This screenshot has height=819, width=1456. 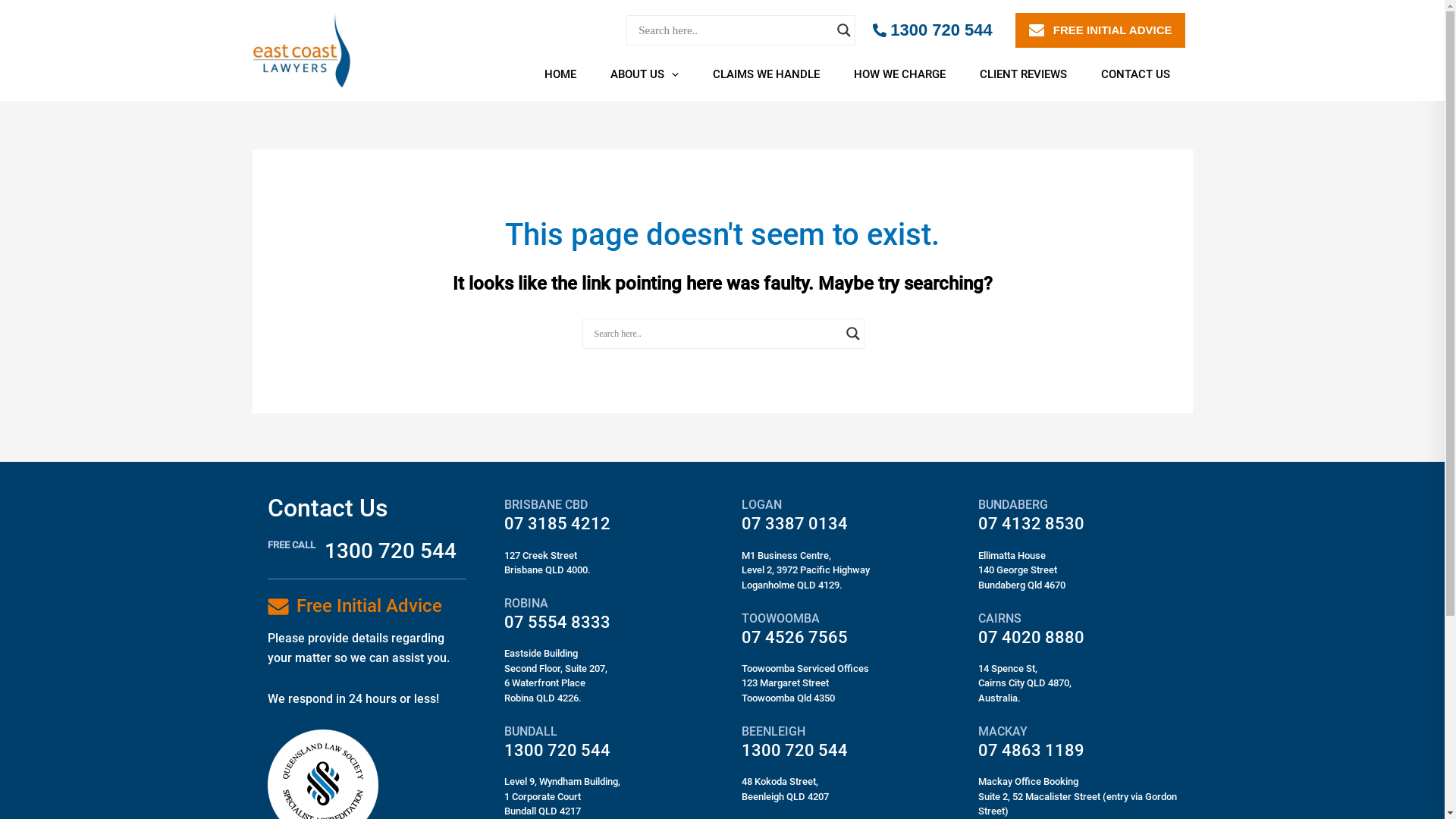 What do you see at coordinates (1031, 522) in the screenshot?
I see `'07 4132 8530'` at bounding box center [1031, 522].